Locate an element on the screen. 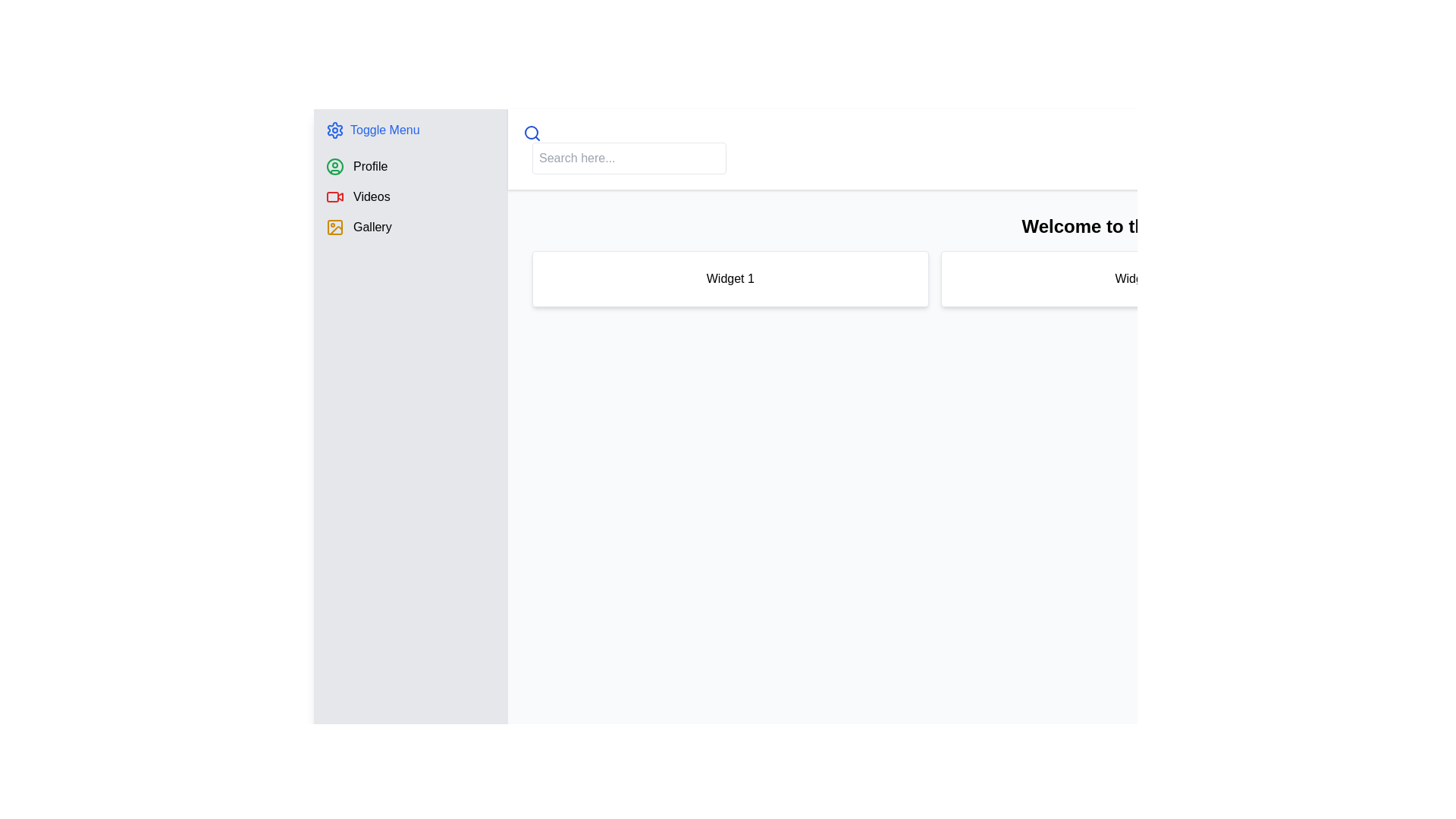 This screenshot has width=1456, height=819. the outermost circular outline of the user profile icon located in the left-hand navigation menu, next to the 'Profile' menu item is located at coordinates (334, 166).